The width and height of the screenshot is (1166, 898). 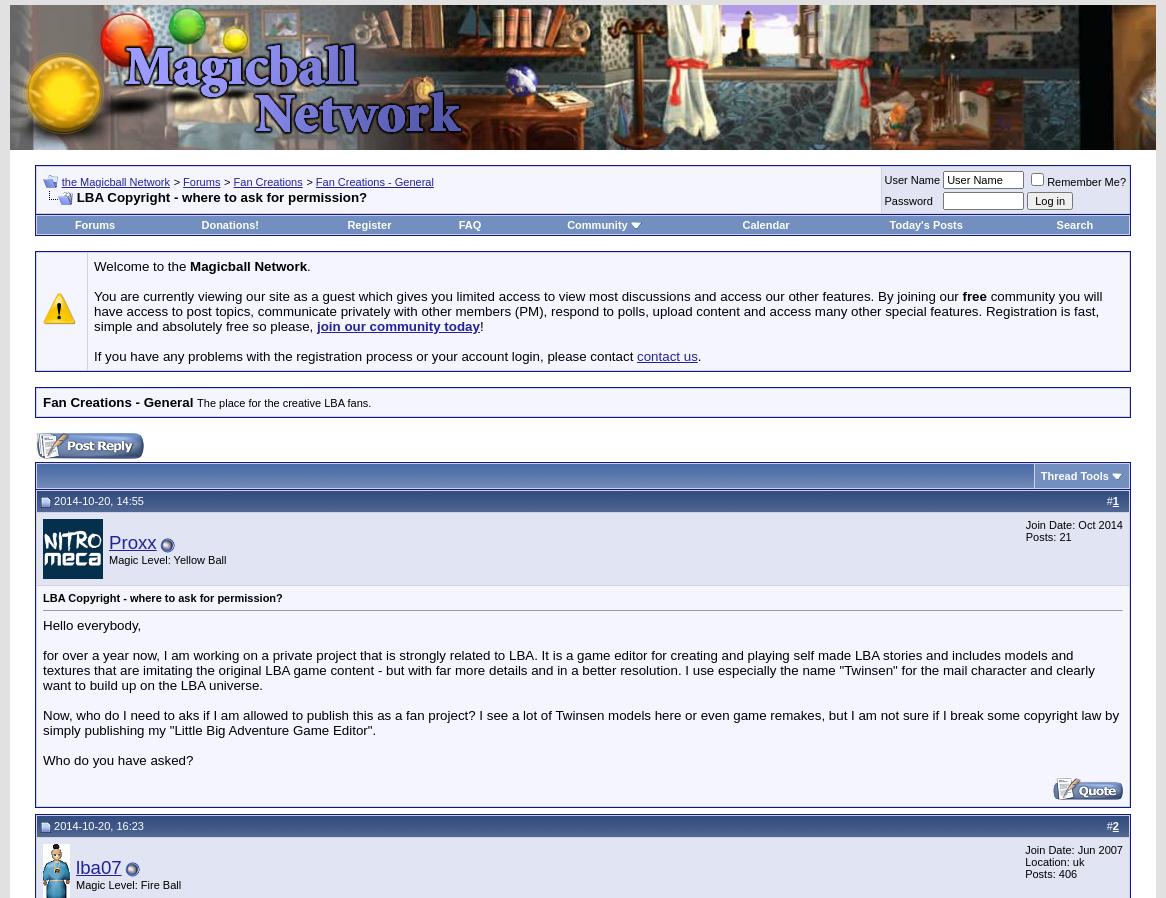 I want to click on 'Hello everybody,', so click(x=90, y=623).